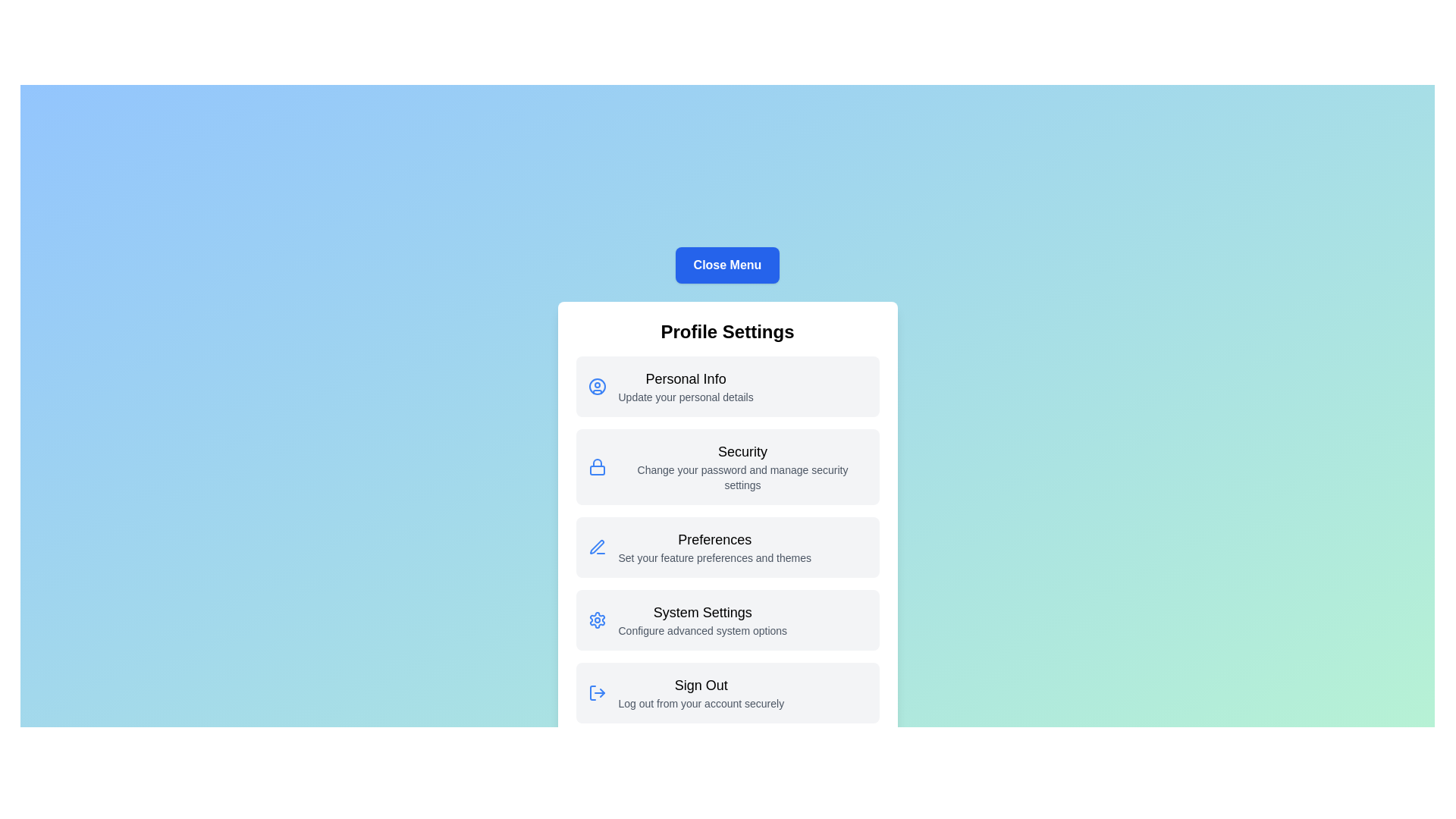 The height and width of the screenshot is (819, 1456). I want to click on the icon associated with the menu item System Settings, so click(596, 620).